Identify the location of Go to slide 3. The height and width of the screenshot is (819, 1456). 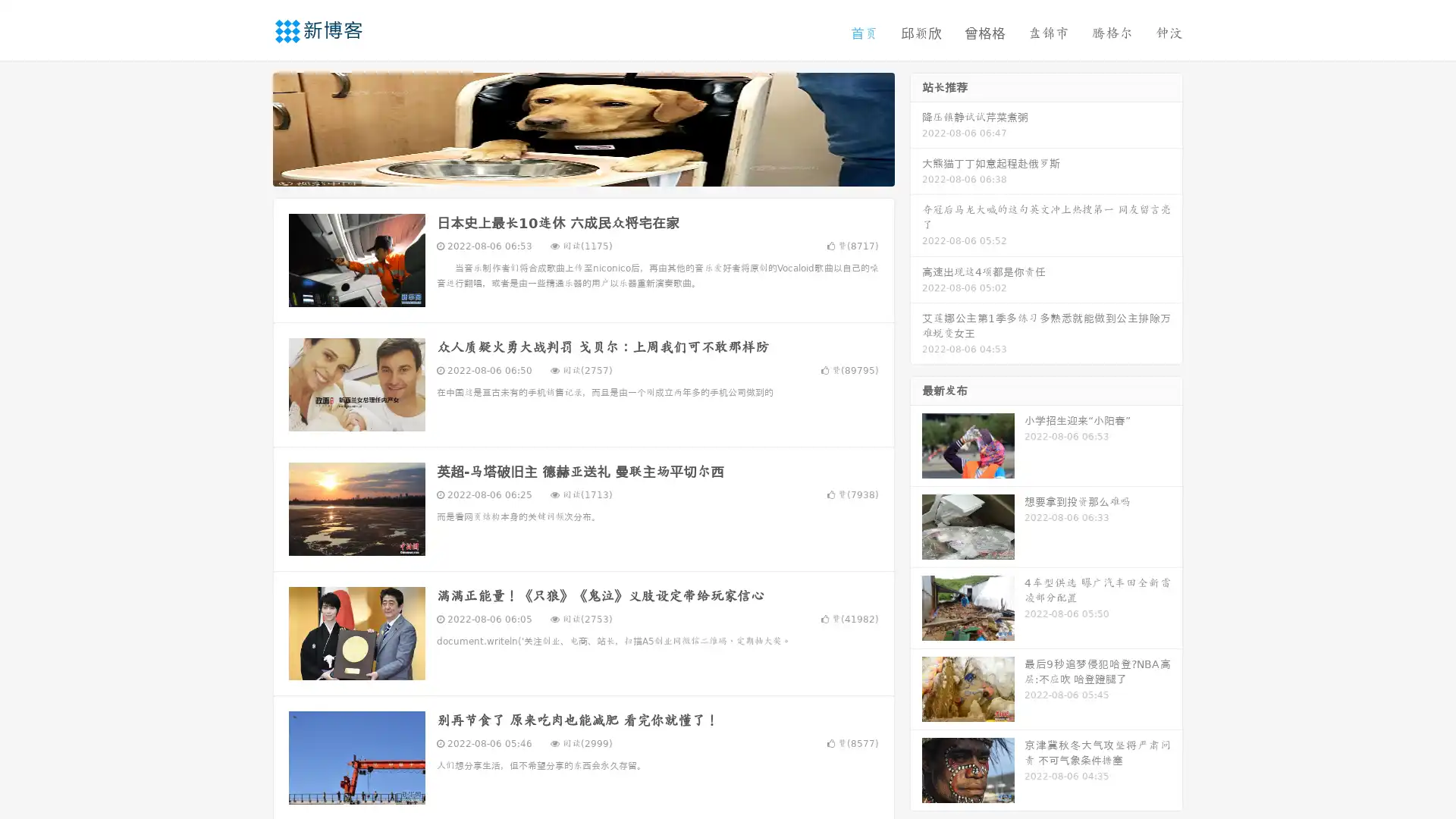
(598, 171).